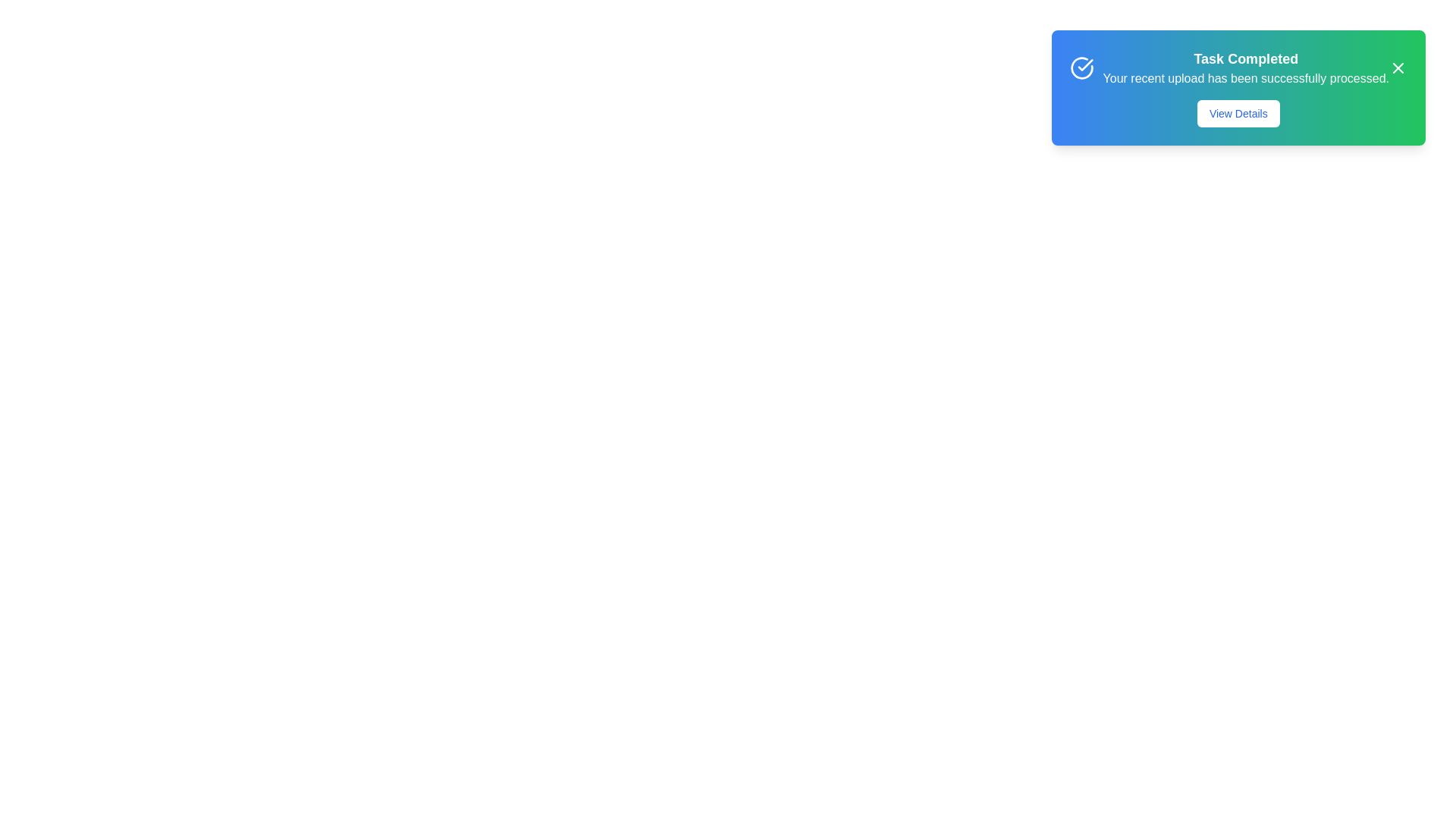 The image size is (1456, 819). Describe the element at coordinates (1397, 67) in the screenshot. I see `the close button in the top-right corner of the snackbar to close the notification` at that location.